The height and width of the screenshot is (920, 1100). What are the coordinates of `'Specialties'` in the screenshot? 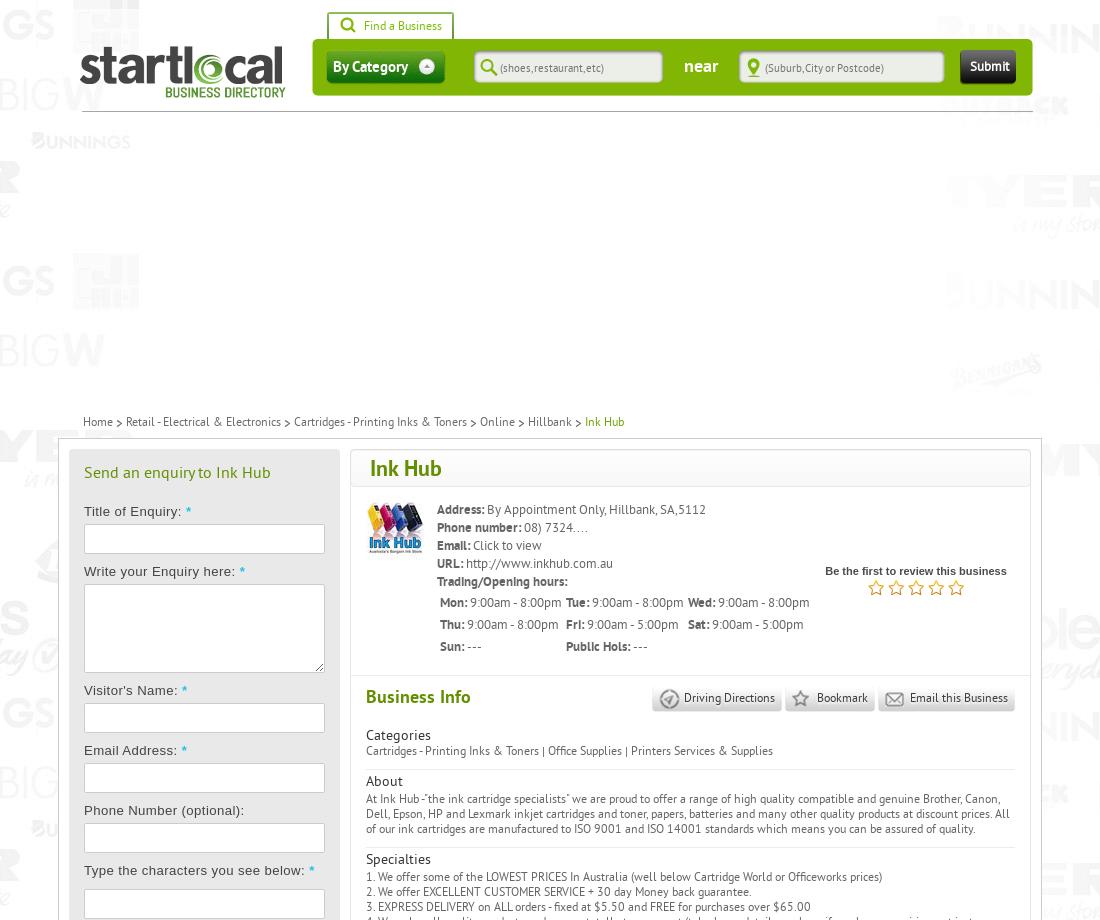 It's located at (398, 858).